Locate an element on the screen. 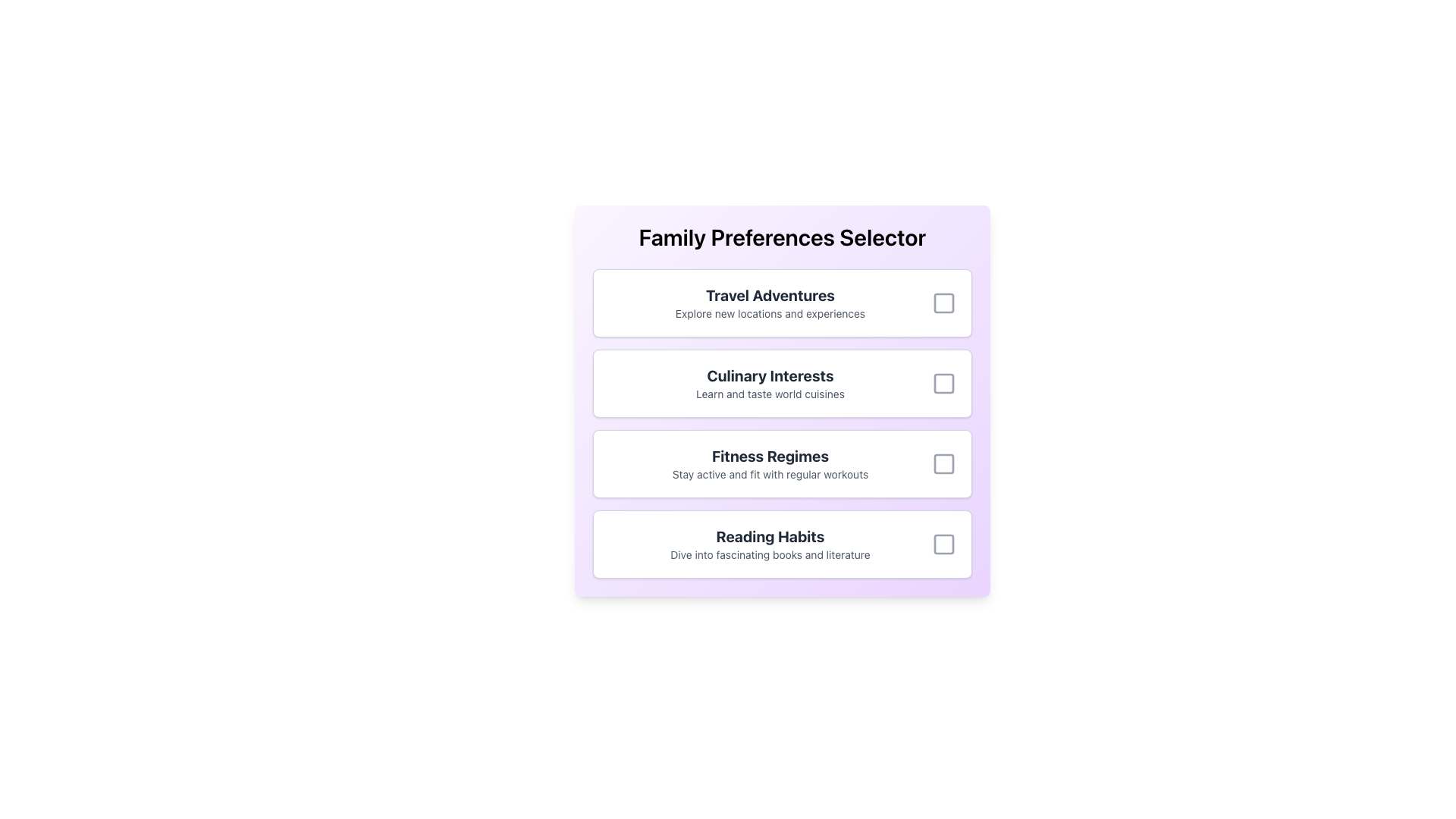 The image size is (1456, 819). the detailed description of the 'Culinary Interests' selectable card located in the 'Family Preferences Selector' interface, which is the second card in a vertical list is located at coordinates (783, 400).